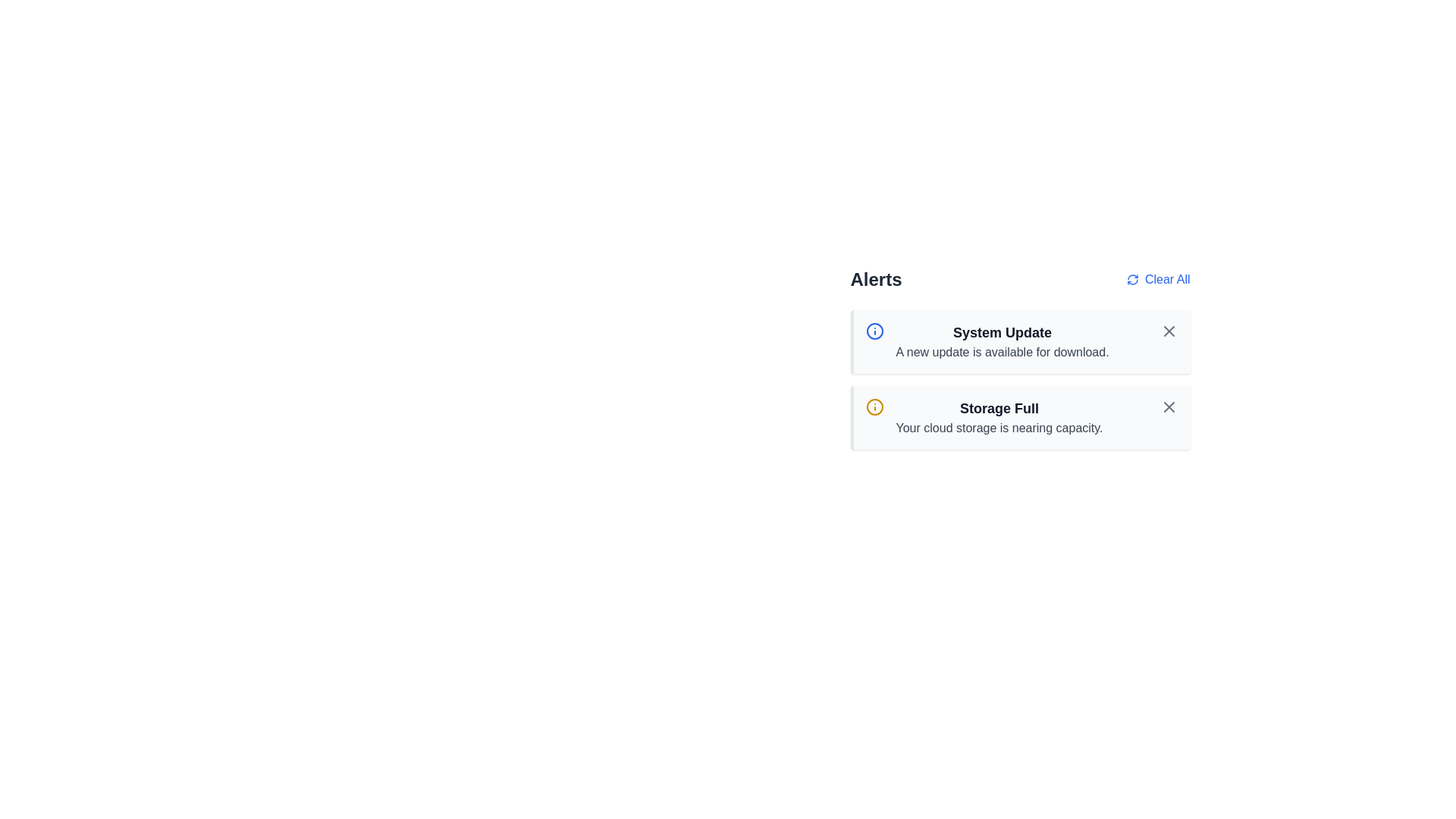  I want to click on the content of the alert titled 'Storage Full', so click(1020, 418).